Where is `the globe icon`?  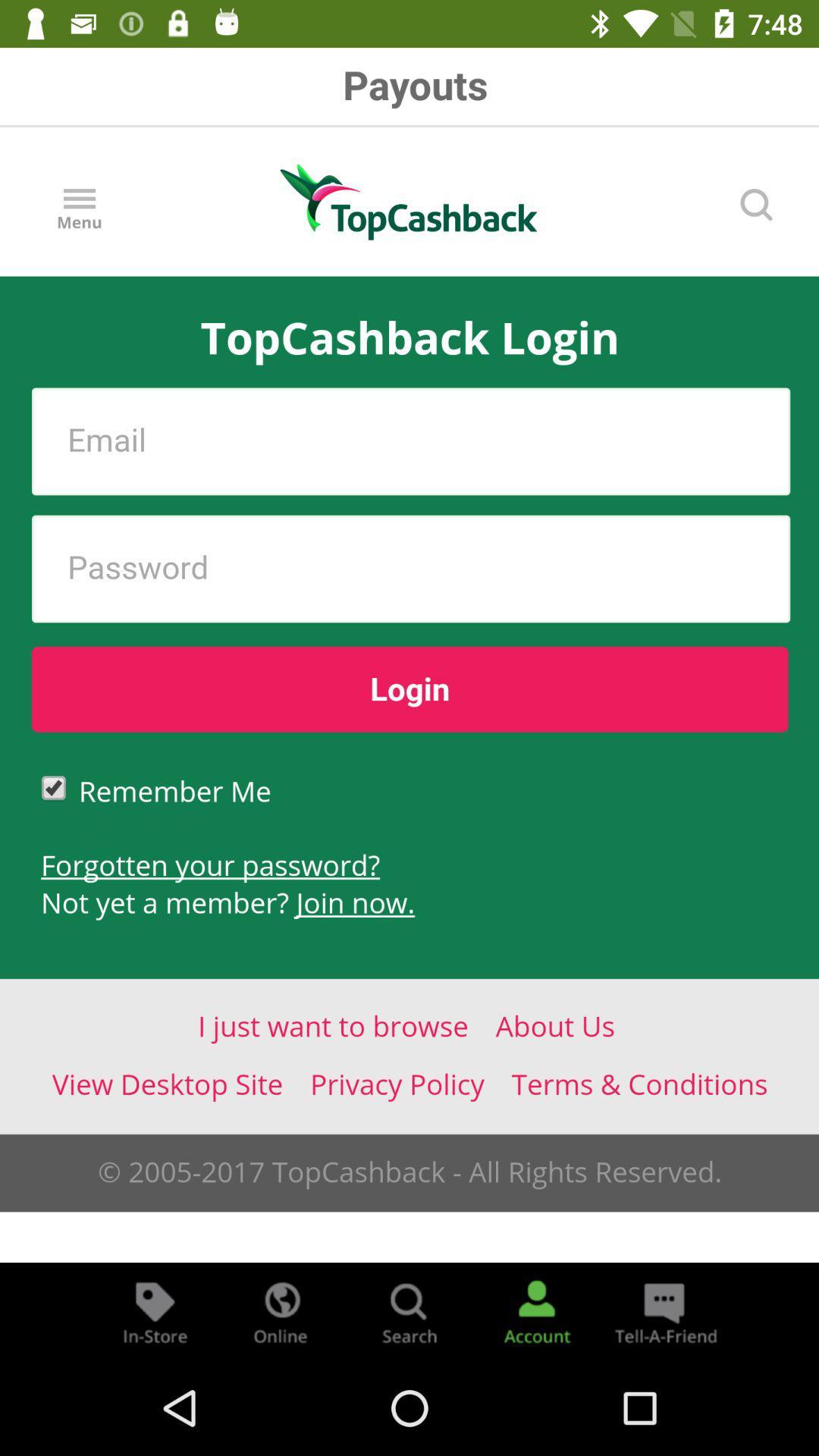
the globe icon is located at coordinates (281, 1310).